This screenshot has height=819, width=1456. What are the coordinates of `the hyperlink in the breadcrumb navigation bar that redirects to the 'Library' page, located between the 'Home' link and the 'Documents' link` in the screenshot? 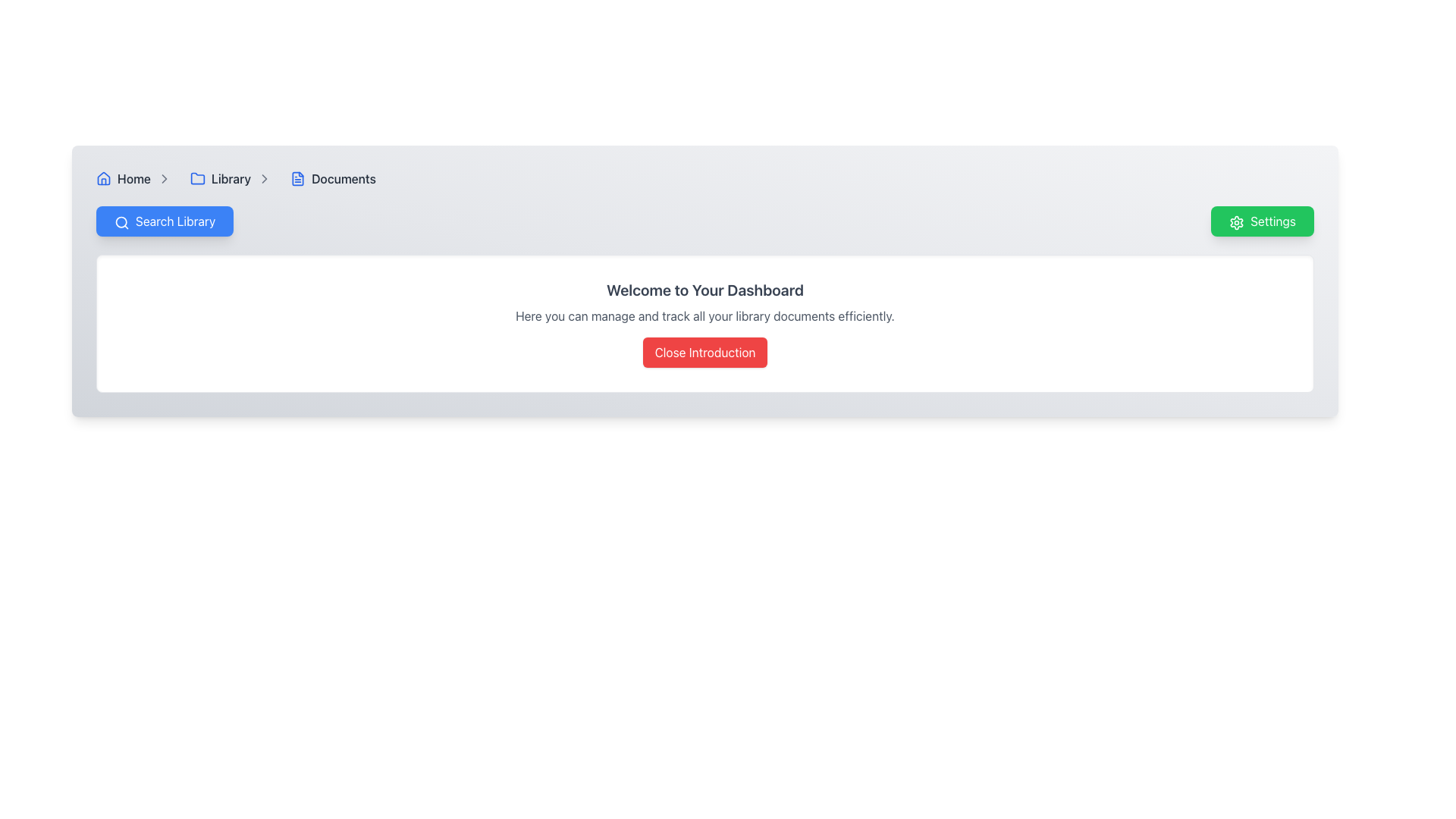 It's located at (231, 177).